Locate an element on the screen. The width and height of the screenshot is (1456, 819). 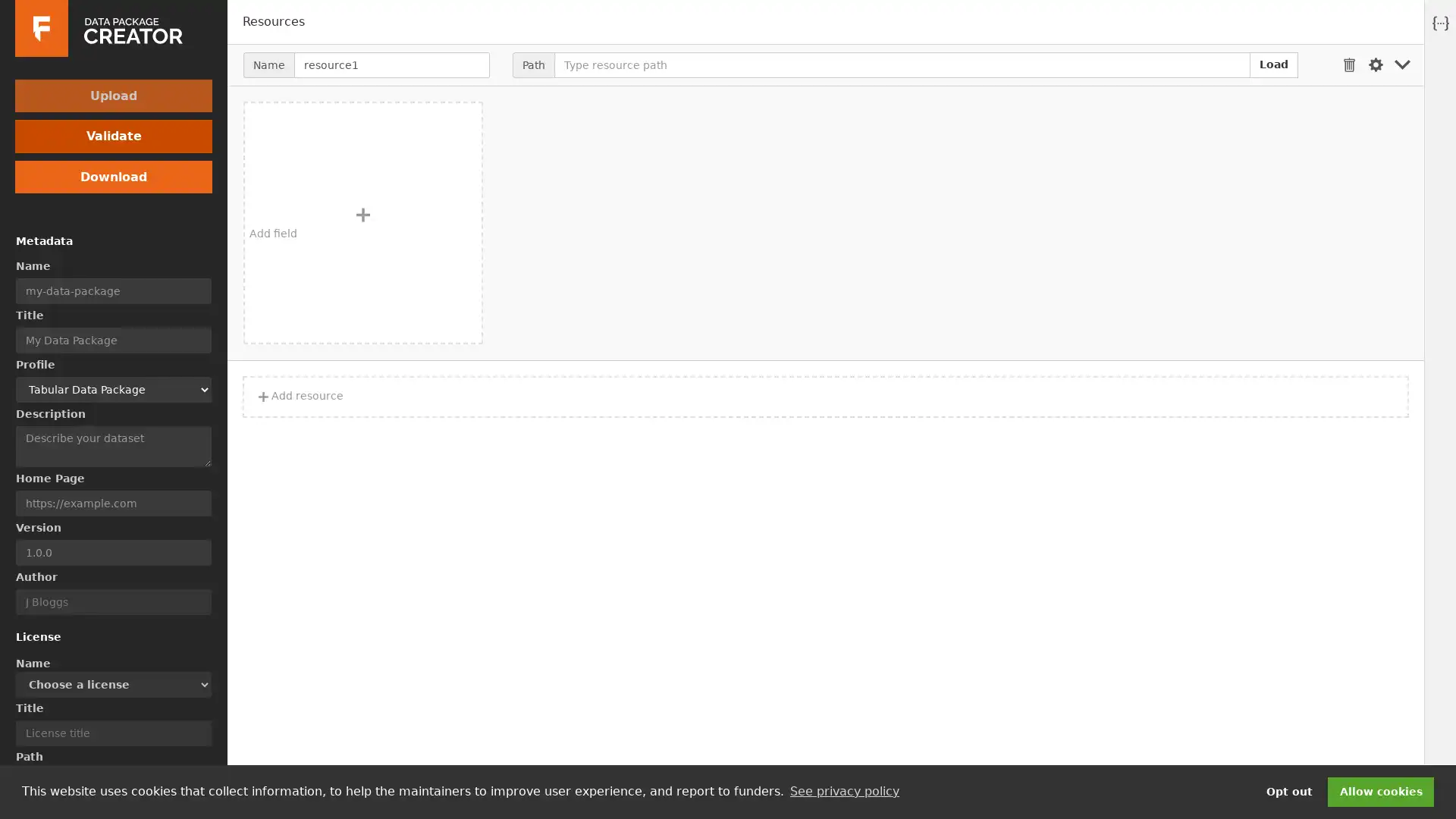
dismiss cookie message is located at coordinates (1380, 791).